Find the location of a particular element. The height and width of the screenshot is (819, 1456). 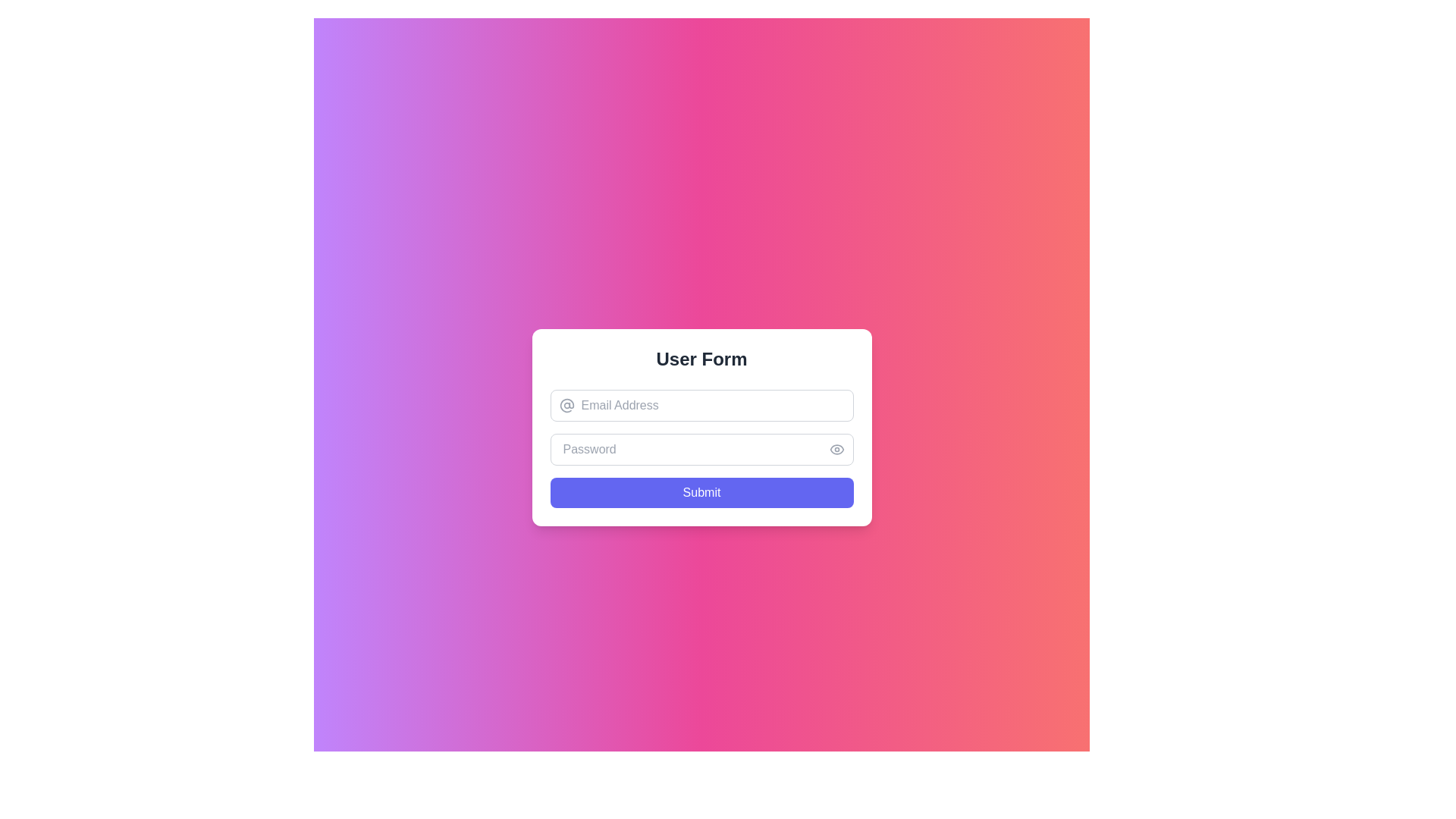

the '@' icon element that indicates the adjacent input field for entering an email address, located to the left of the email input field is located at coordinates (566, 405).